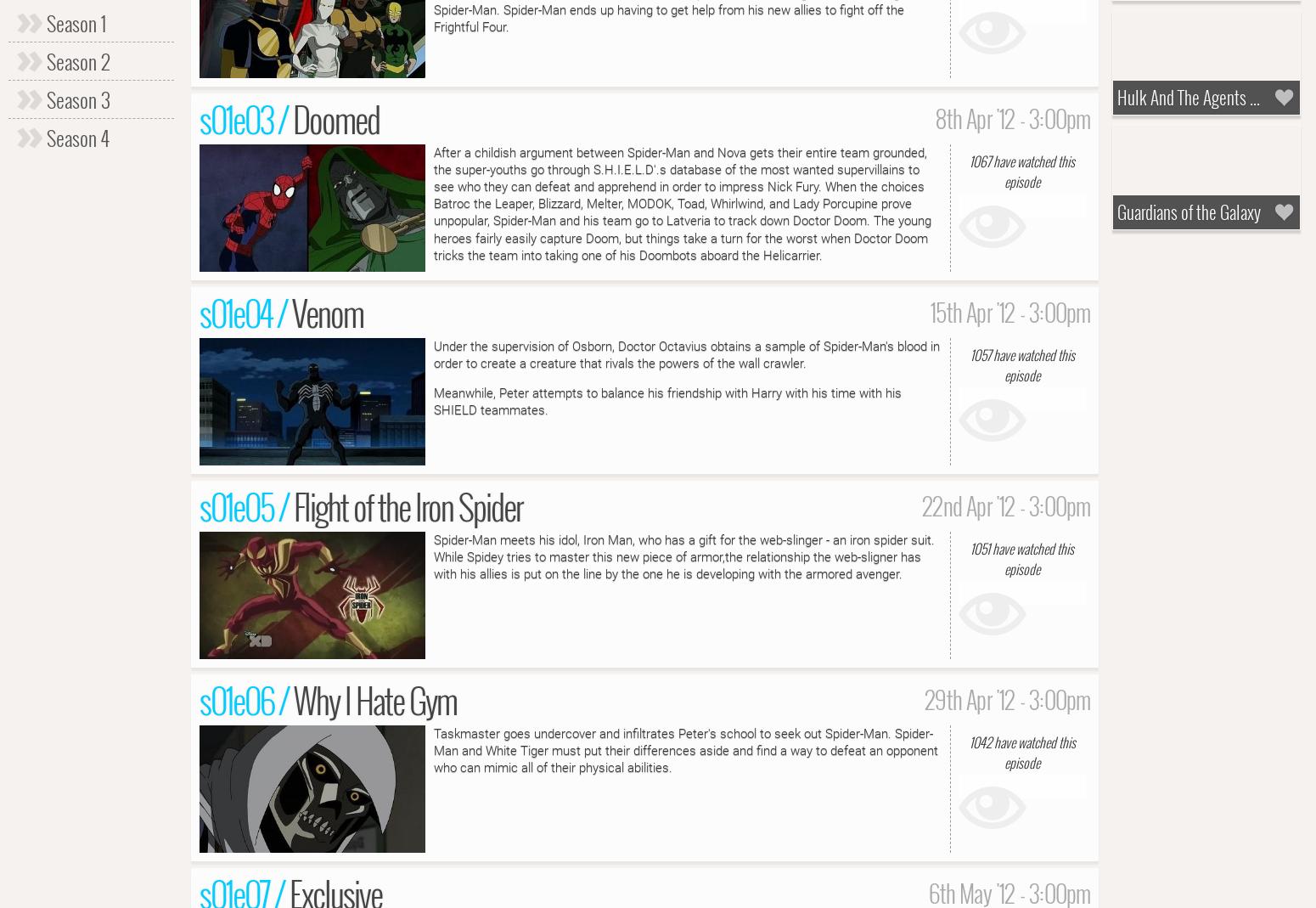 The width and height of the screenshot is (1316, 908). Describe the element at coordinates (979, 160) in the screenshot. I see `'1067'` at that location.